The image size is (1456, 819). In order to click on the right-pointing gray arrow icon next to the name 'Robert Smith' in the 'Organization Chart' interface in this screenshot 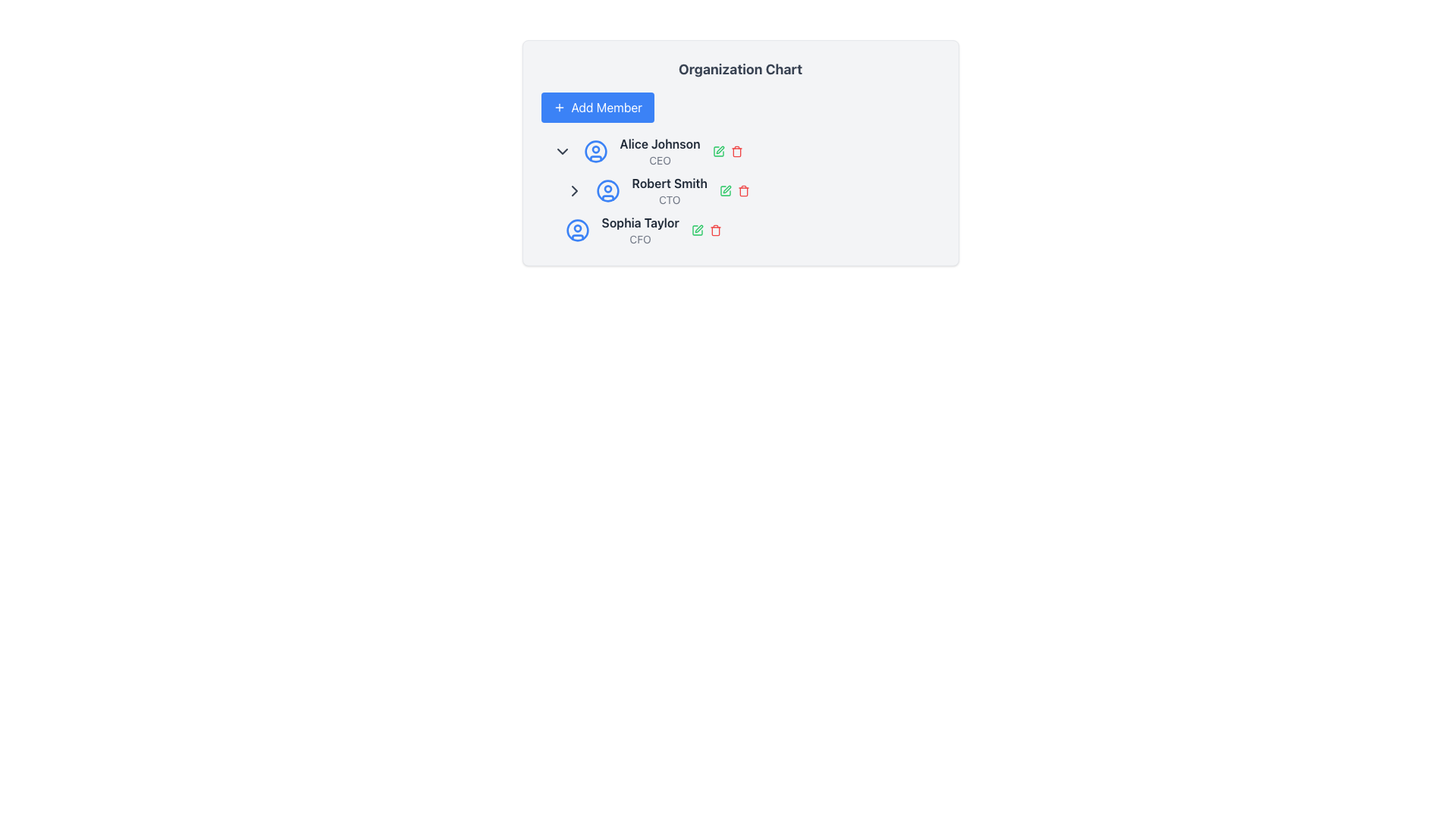, I will do `click(573, 190)`.